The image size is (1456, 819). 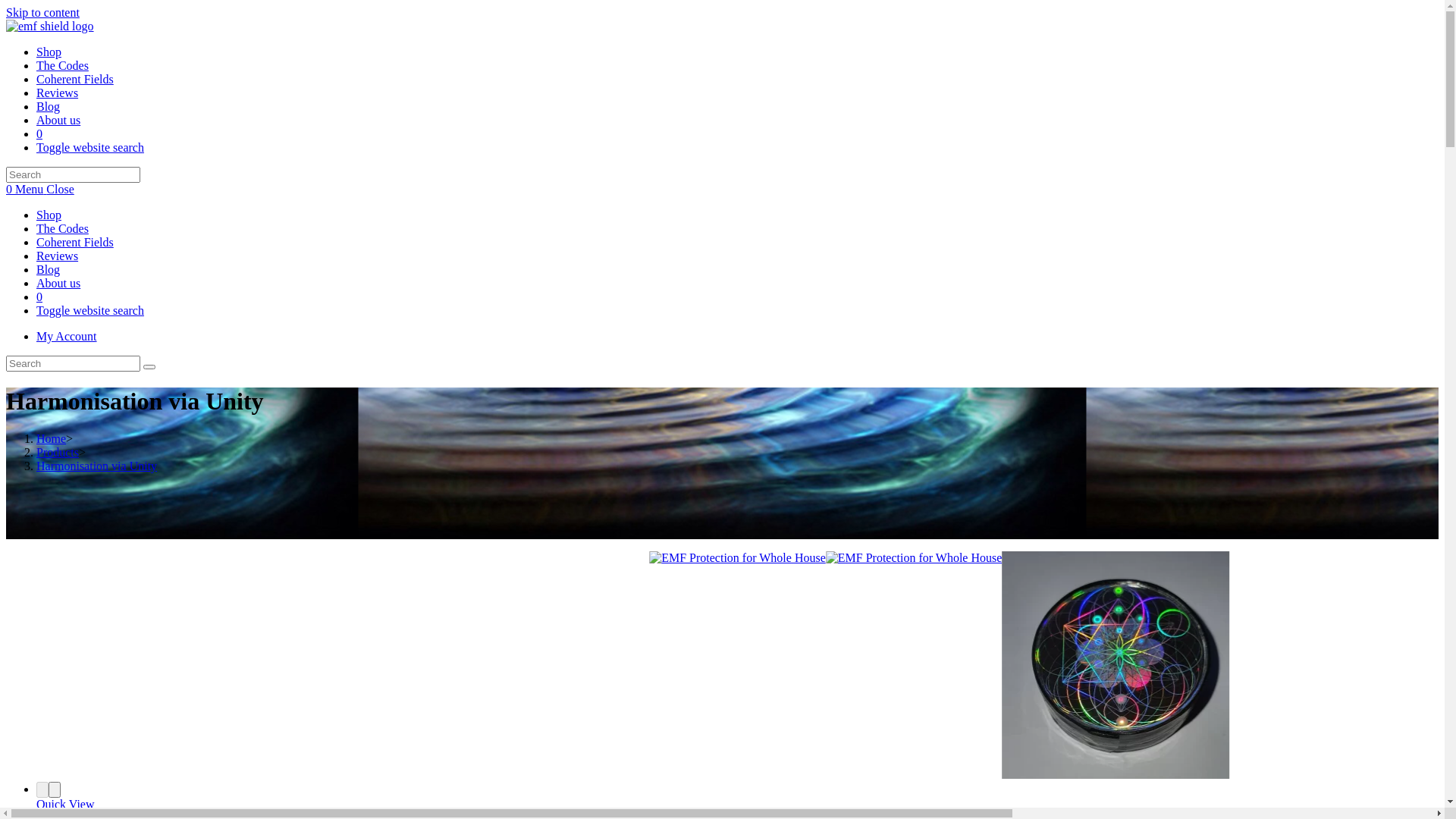 What do you see at coordinates (6, 12) in the screenshot?
I see `'Skip to content'` at bounding box center [6, 12].